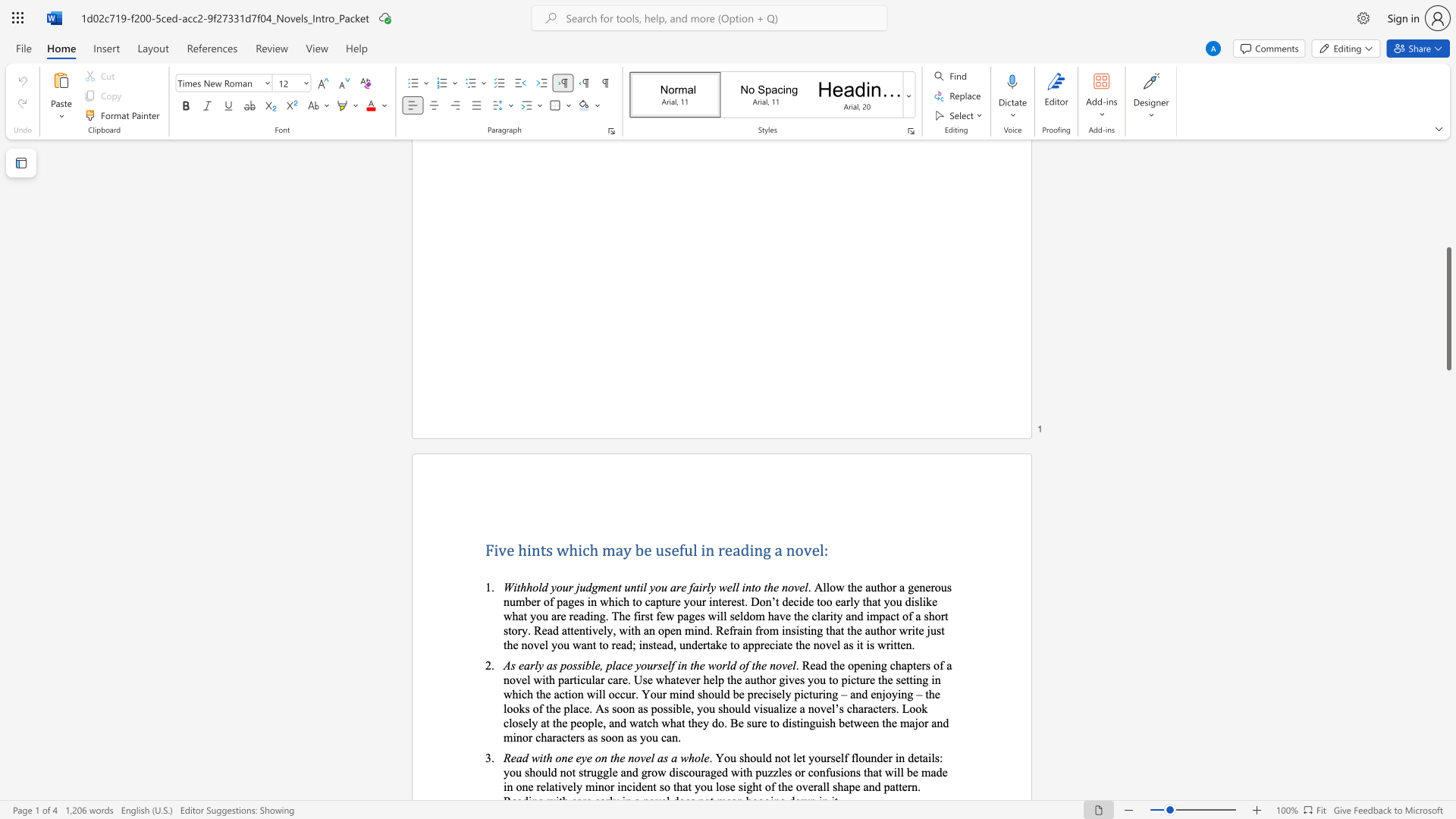 Image resolution: width=1456 pixels, height=819 pixels. Describe the element at coordinates (1448, 308) in the screenshot. I see `the scrollbar and move up 240 pixels` at that location.